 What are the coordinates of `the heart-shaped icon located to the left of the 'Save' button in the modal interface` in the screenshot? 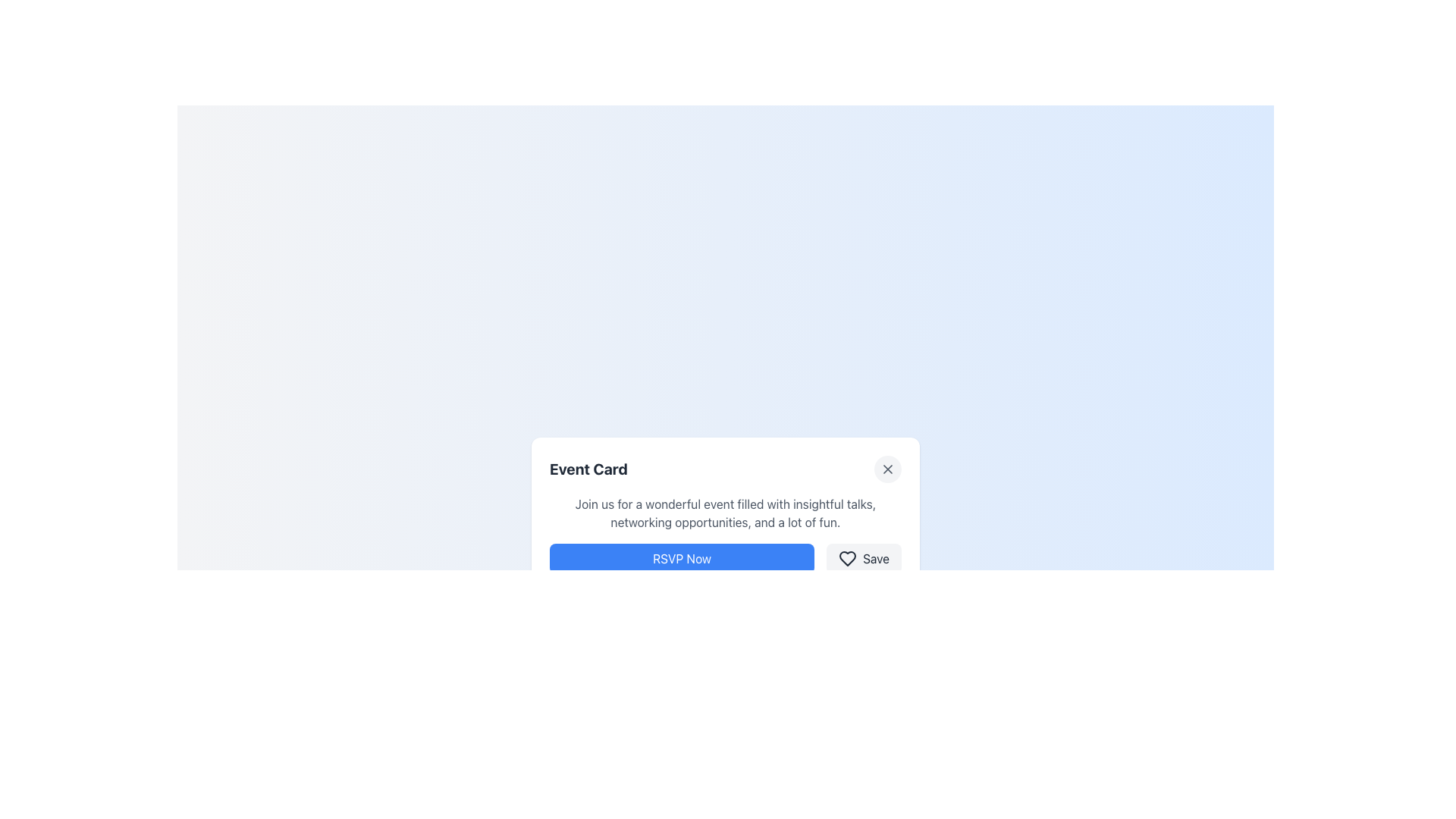 It's located at (847, 558).